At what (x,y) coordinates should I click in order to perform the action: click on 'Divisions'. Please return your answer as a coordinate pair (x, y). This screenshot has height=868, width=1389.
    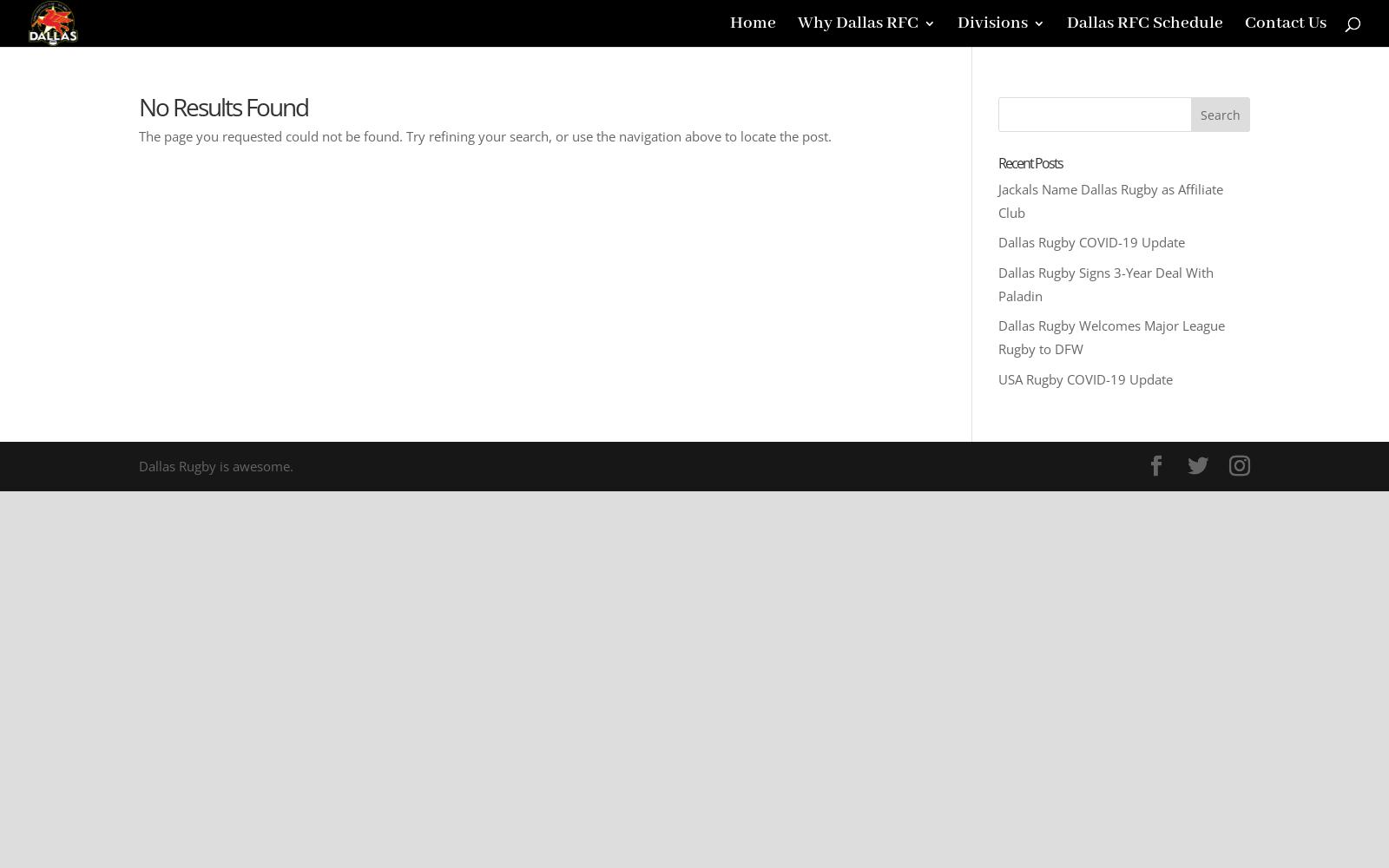
    Looking at the image, I should click on (992, 23).